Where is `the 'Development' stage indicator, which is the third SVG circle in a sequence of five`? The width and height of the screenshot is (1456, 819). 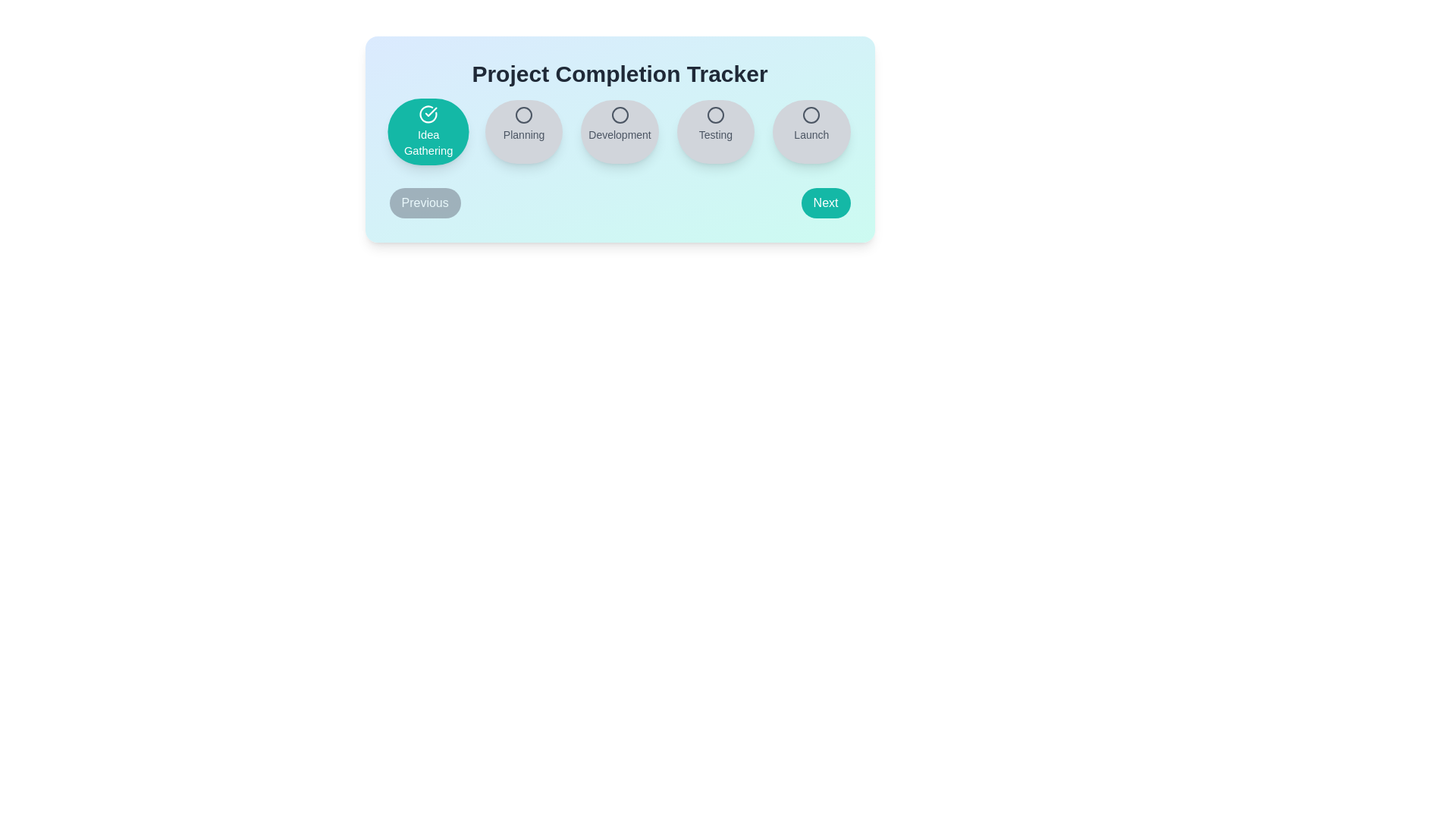 the 'Development' stage indicator, which is the third SVG circle in a sequence of five is located at coordinates (620, 114).